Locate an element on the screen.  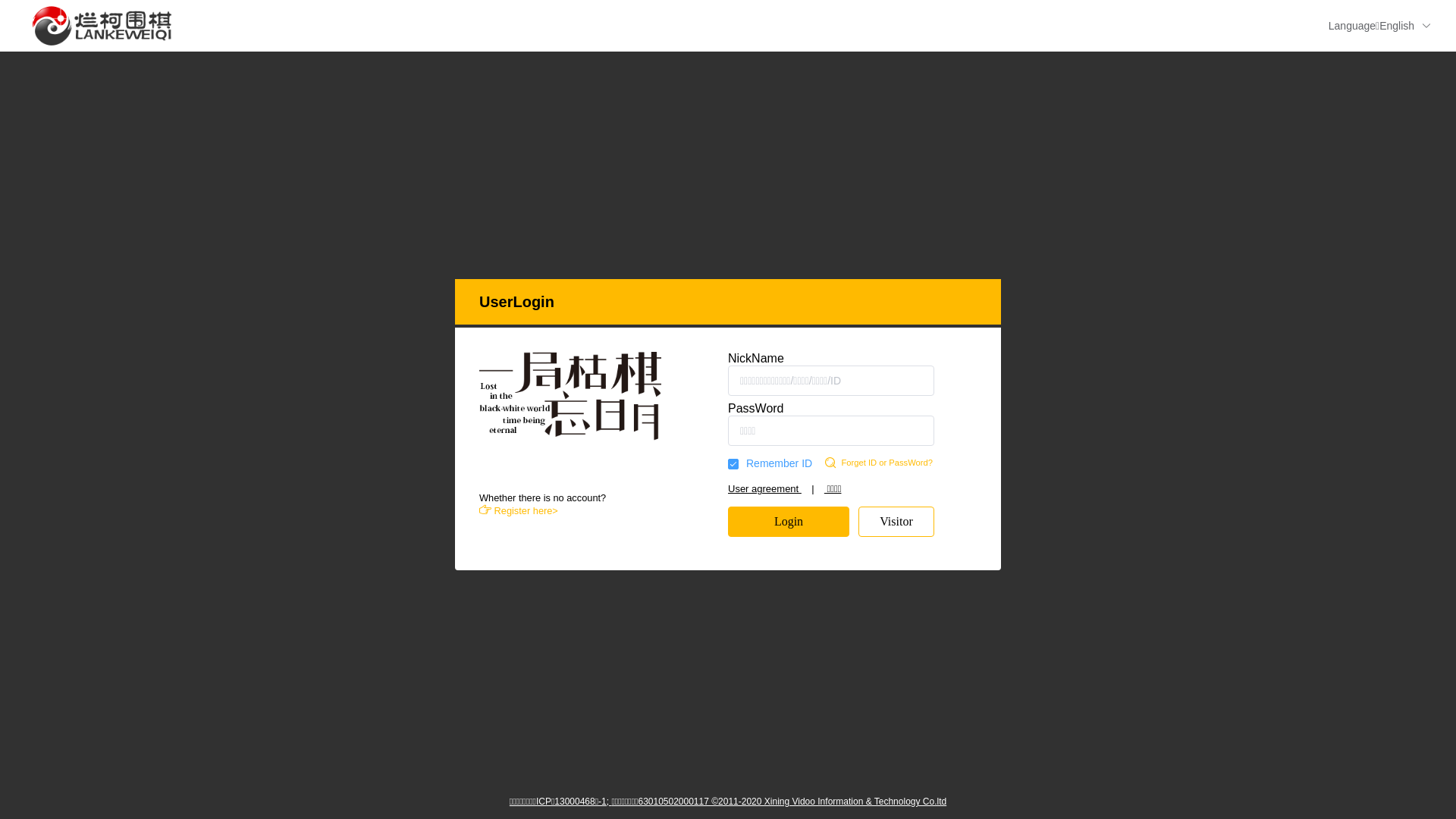
'Register here>' is located at coordinates (519, 510).